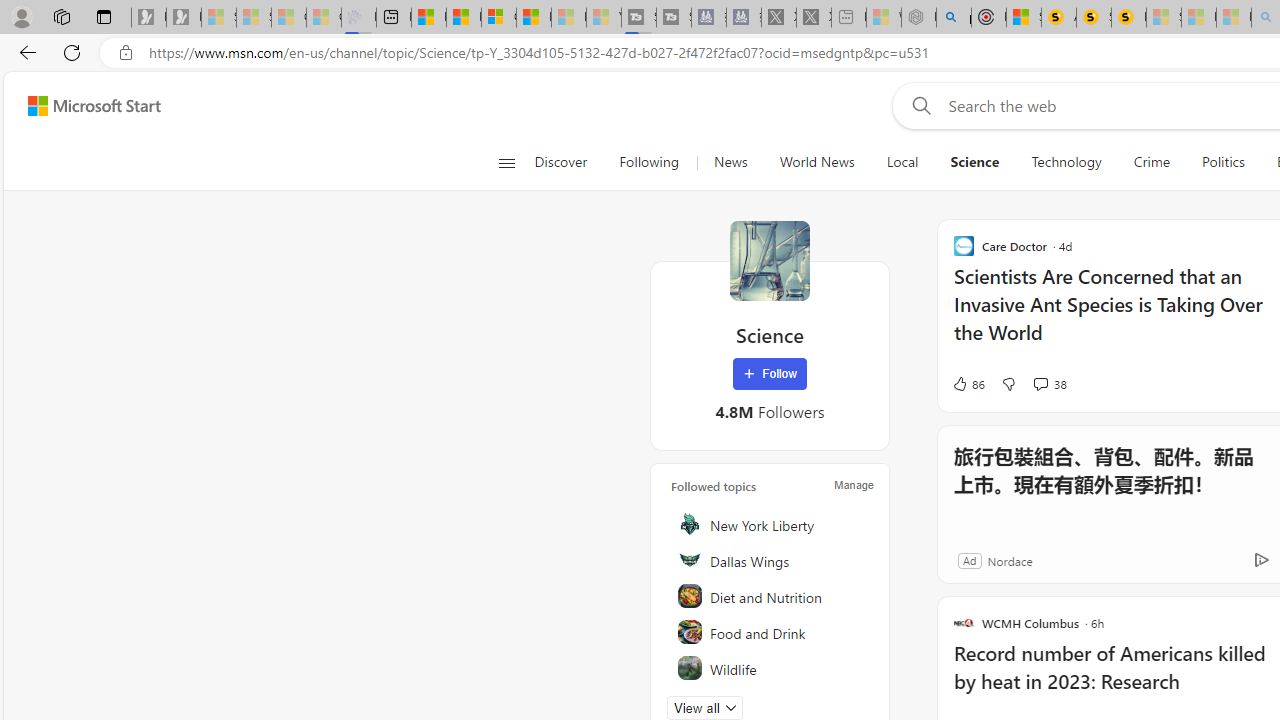  What do you see at coordinates (916, 105) in the screenshot?
I see `'Web search'` at bounding box center [916, 105].